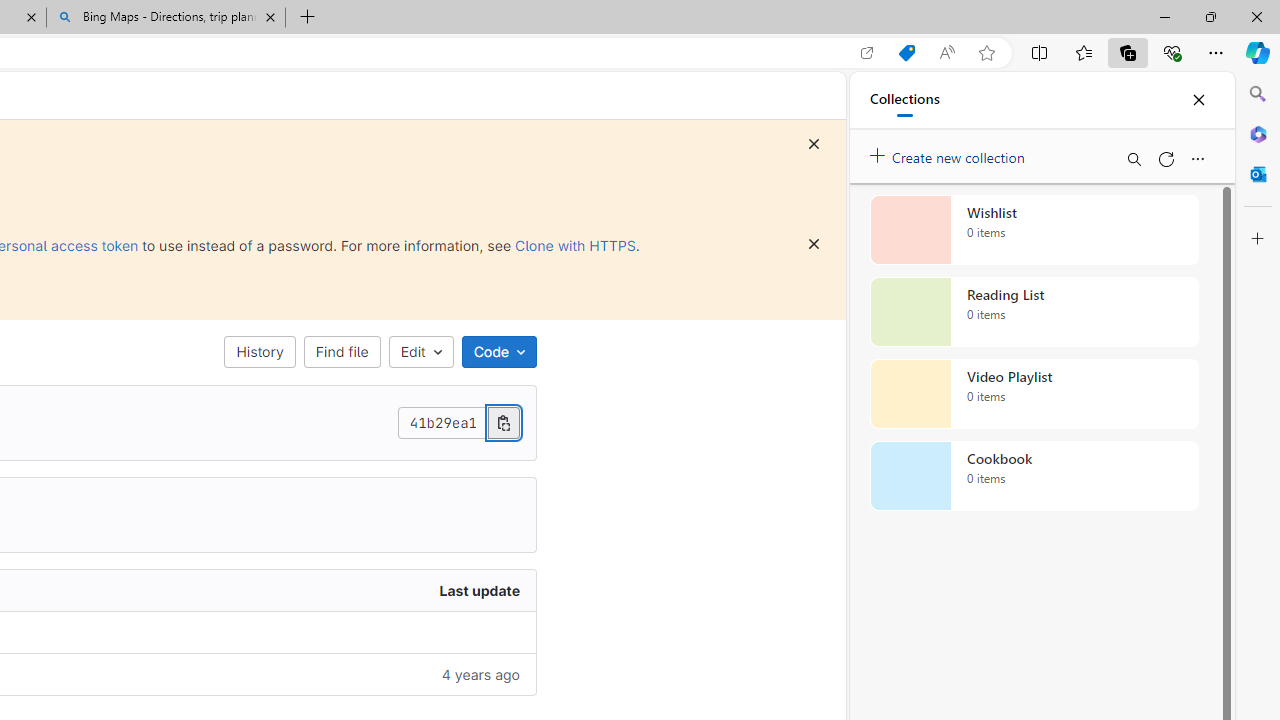 The image size is (1280, 720). I want to click on 'Dismiss', so click(814, 243).